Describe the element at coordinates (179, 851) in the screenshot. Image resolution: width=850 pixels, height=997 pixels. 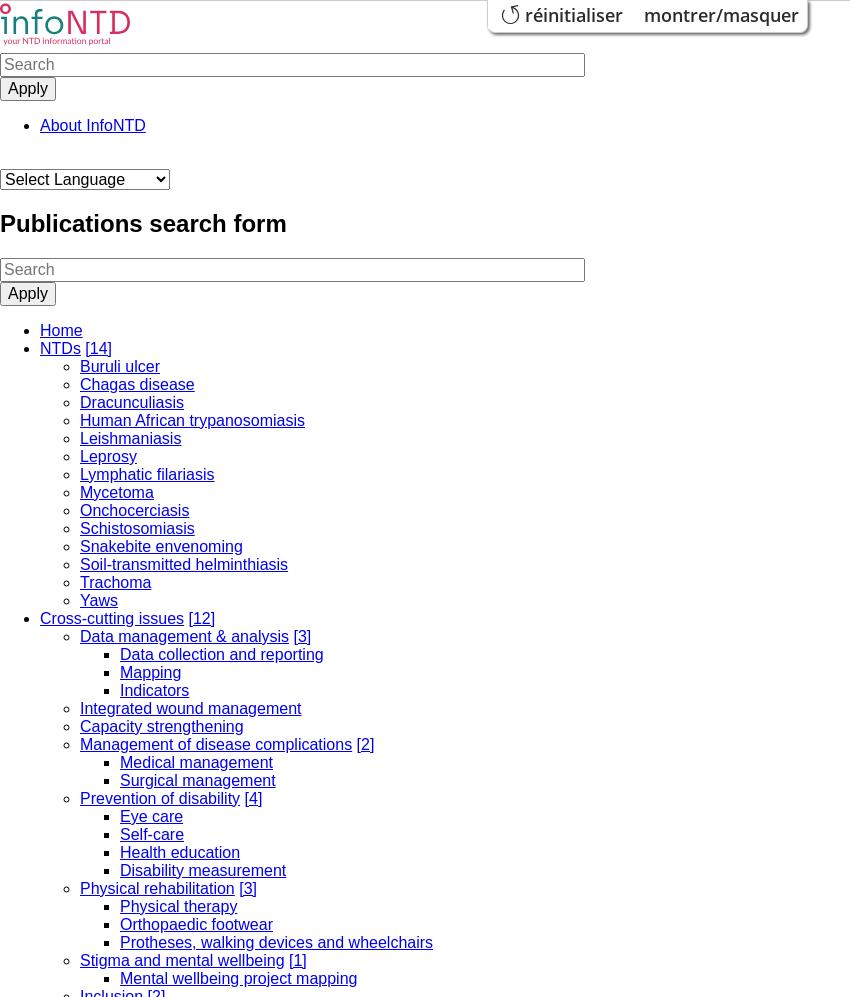
I see `'Health education'` at that location.